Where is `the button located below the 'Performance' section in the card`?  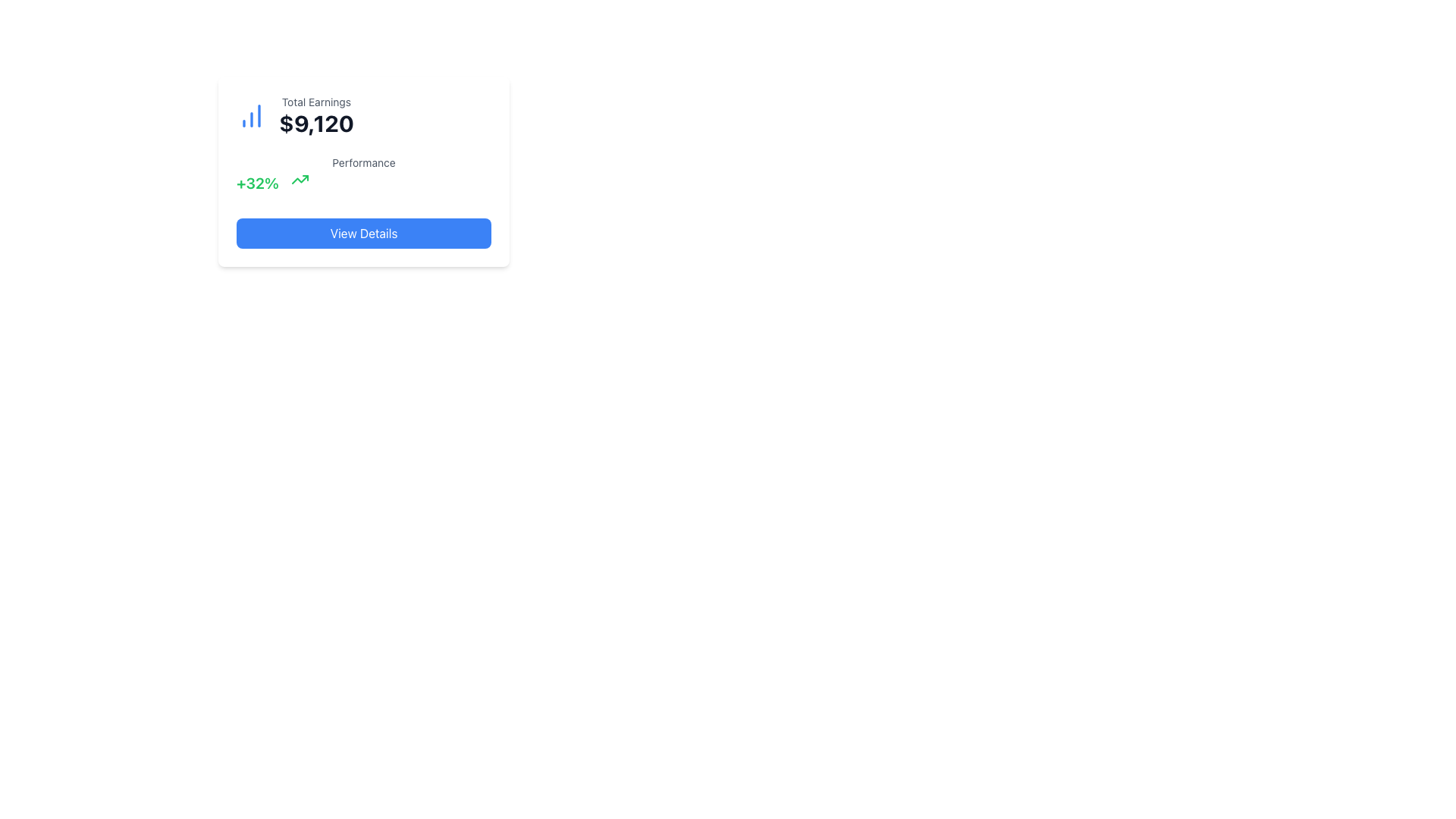
the button located below the 'Performance' section in the card is located at coordinates (364, 234).